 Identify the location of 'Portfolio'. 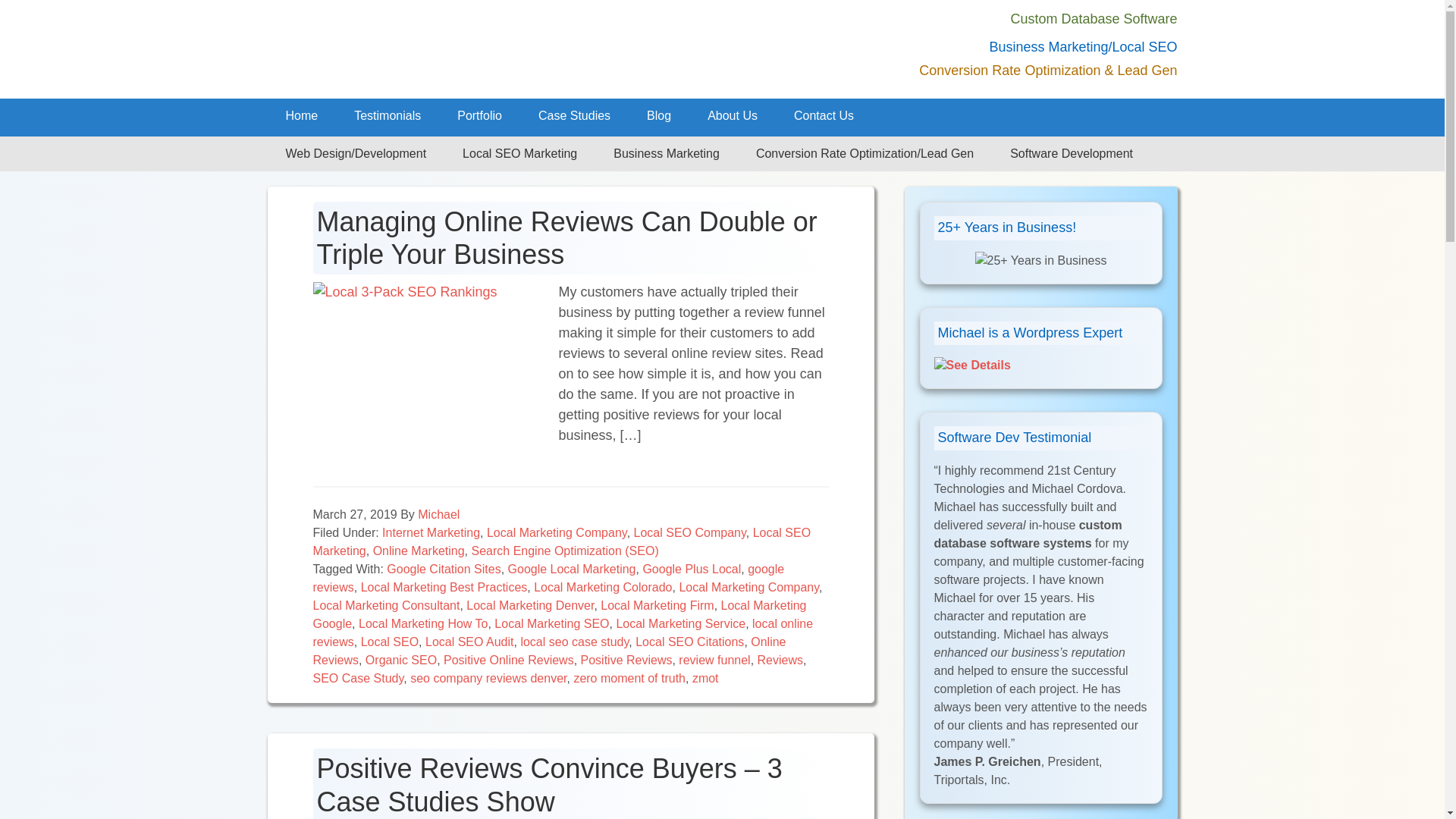
(438, 115).